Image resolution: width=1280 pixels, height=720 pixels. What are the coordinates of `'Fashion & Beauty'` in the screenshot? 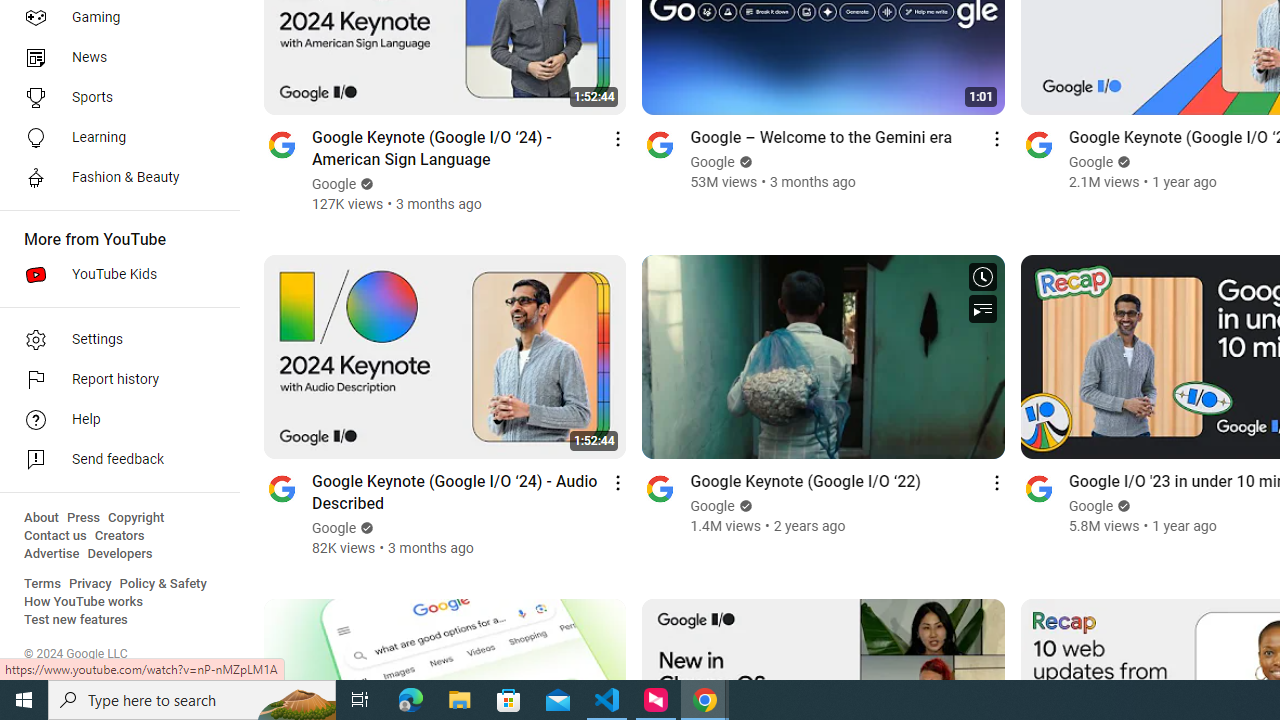 It's located at (112, 176).